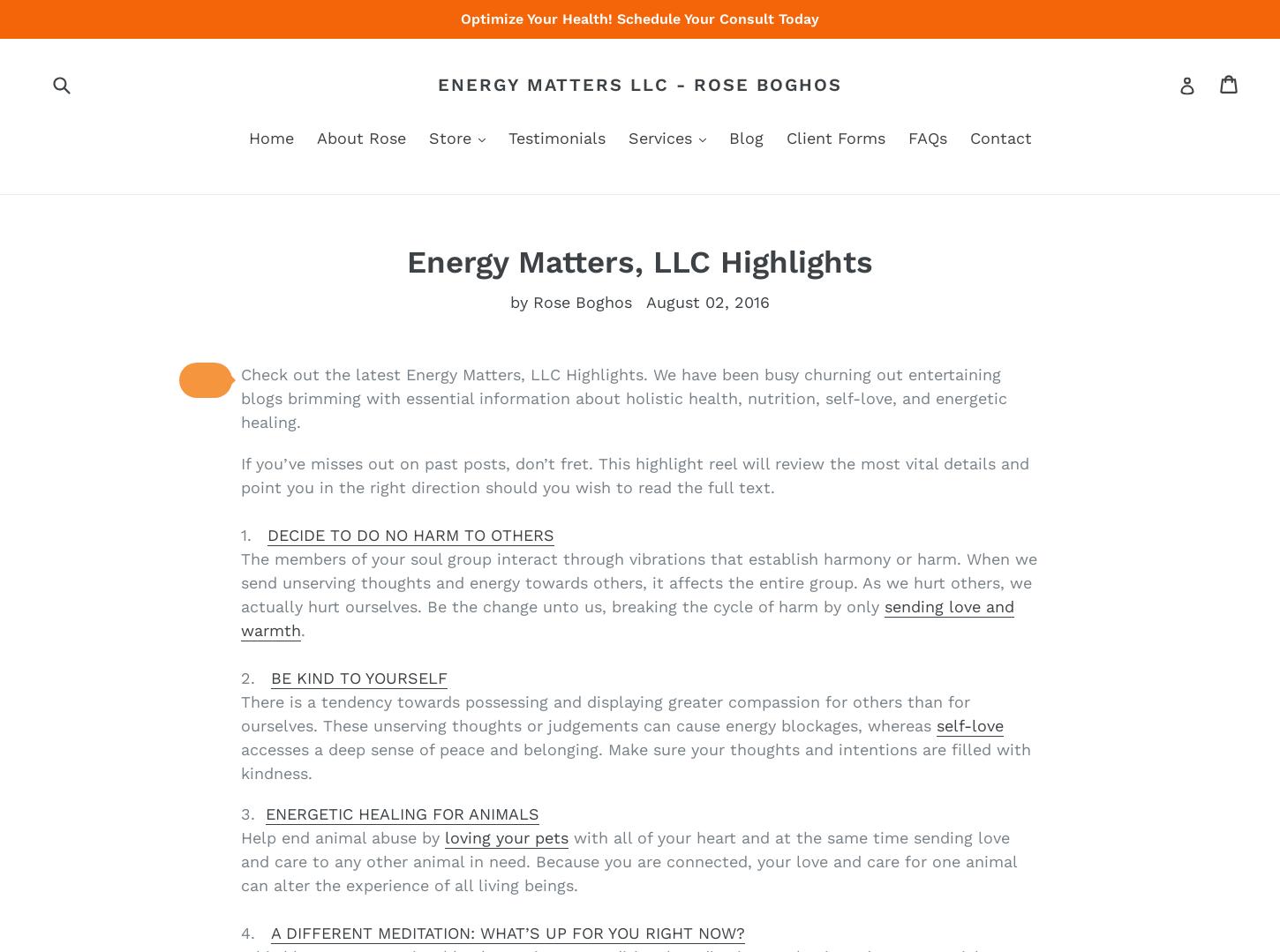 This screenshot has height=952, width=1280. Describe the element at coordinates (451, 137) in the screenshot. I see `'Store'` at that location.